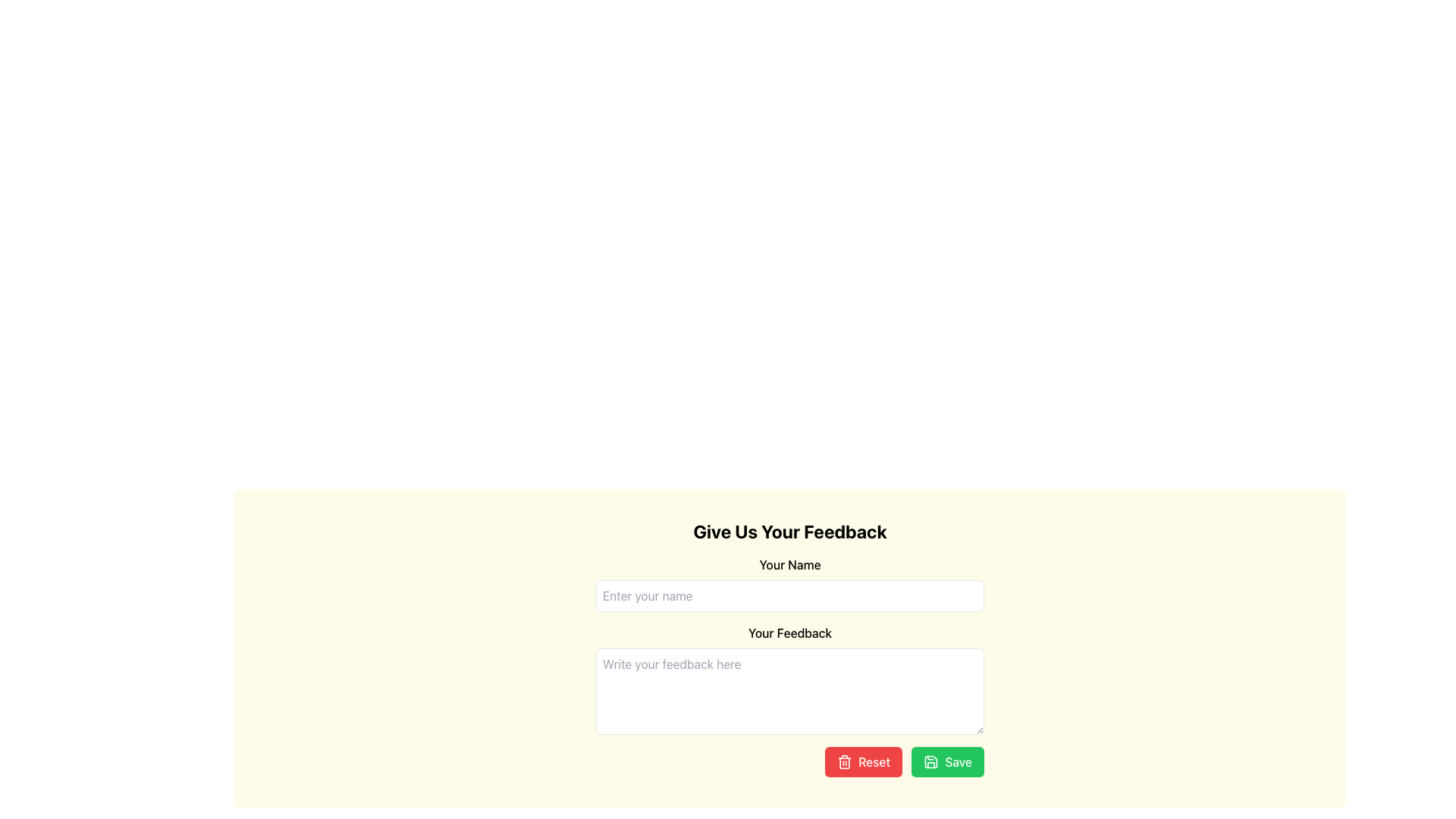  Describe the element at coordinates (789, 564) in the screenshot. I see `the Text Label that instructs users to enter their name, located at the top of the feedback form interface, directly above the name input field` at that location.